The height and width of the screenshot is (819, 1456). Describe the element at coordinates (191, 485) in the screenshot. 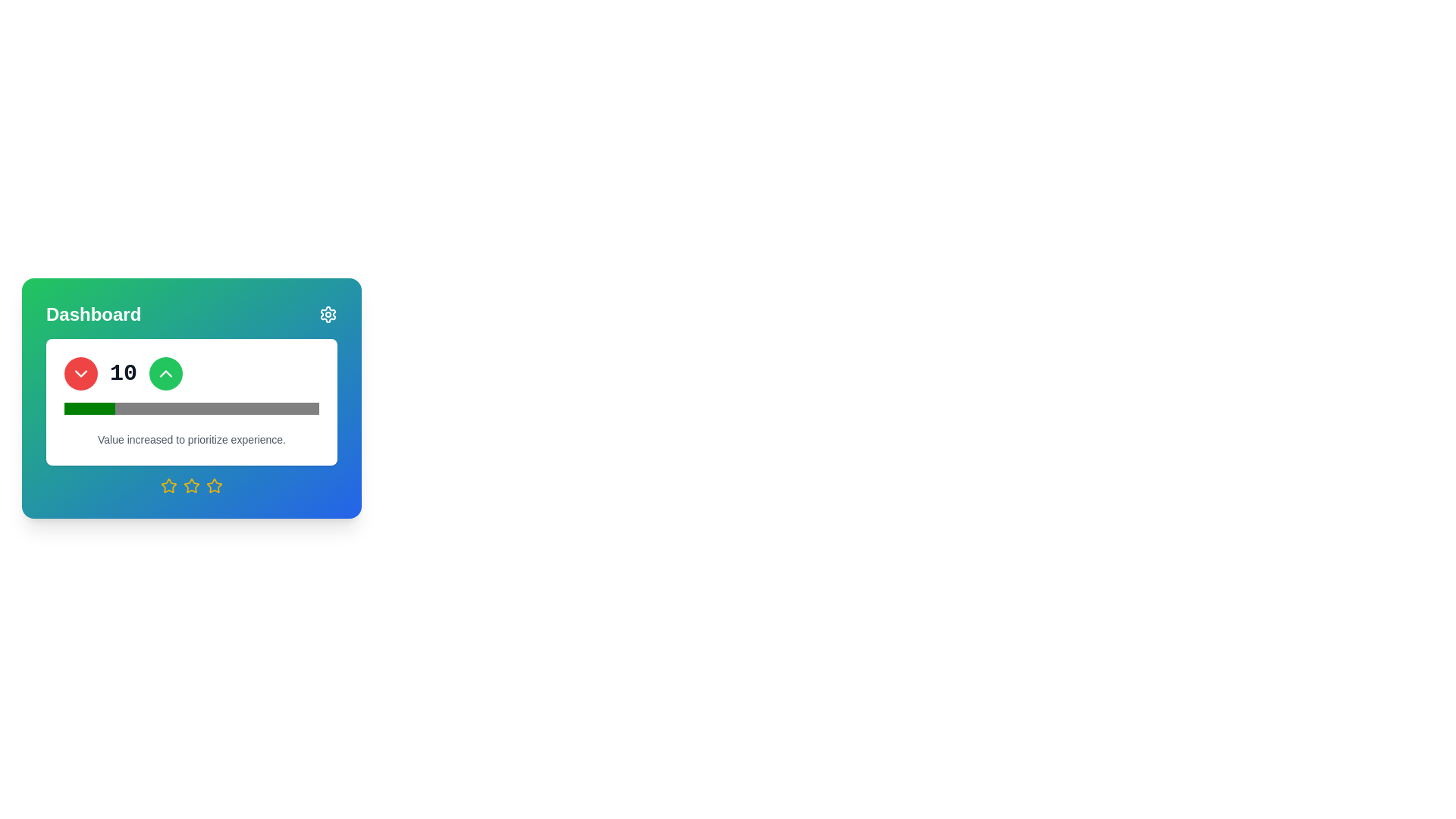

I see `the third yellow star icon with a hollow center, outlined in yellow on a blue background, located at the bottom center of the colored card UI for more information` at that location.